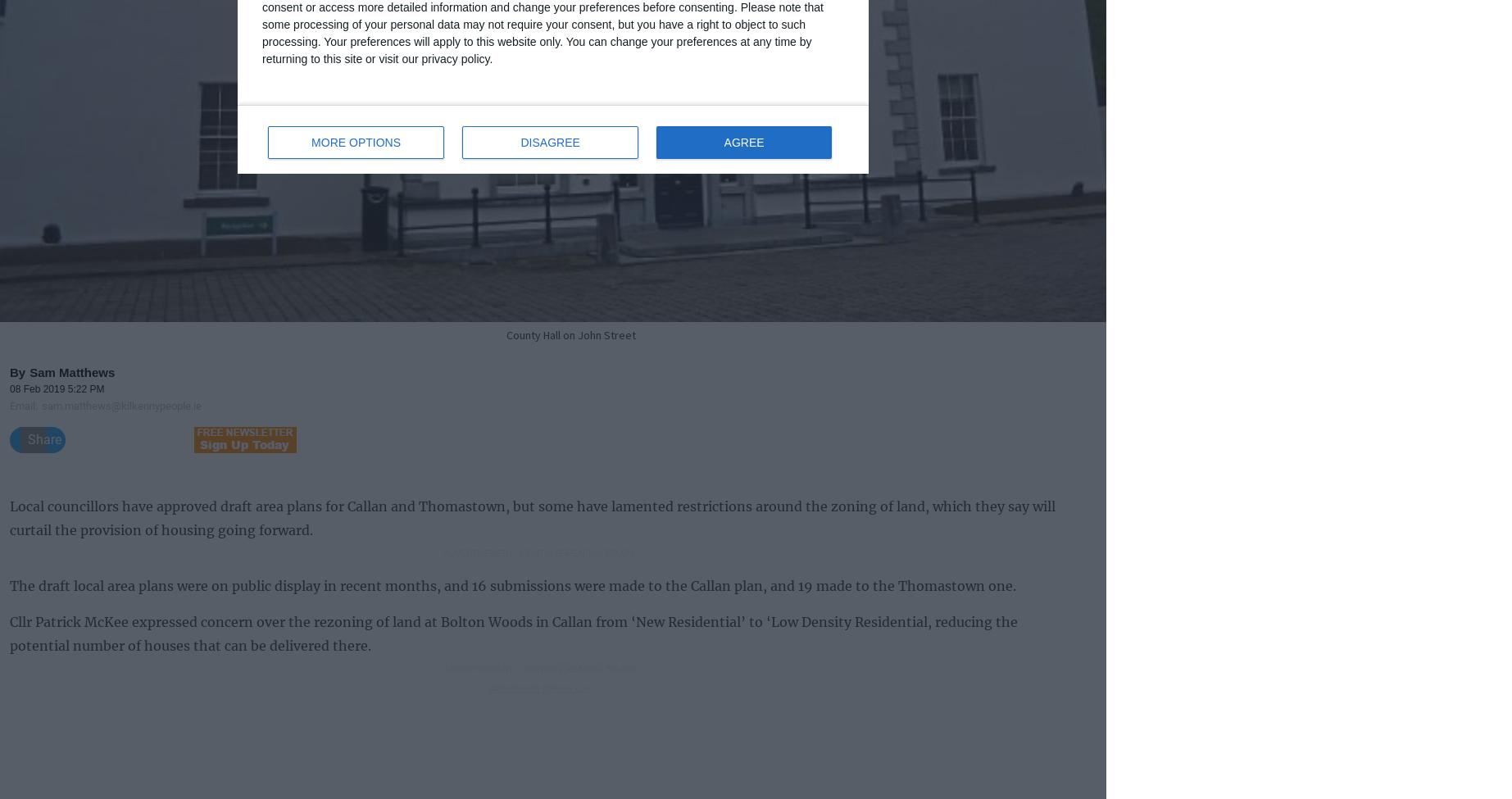 The width and height of the screenshot is (1512, 799). I want to click on 'The draft local area plans were on public display in recent months, and 16 submissions were made to the Callan plan, and 19 made to the Thomastown one.', so click(513, 584).